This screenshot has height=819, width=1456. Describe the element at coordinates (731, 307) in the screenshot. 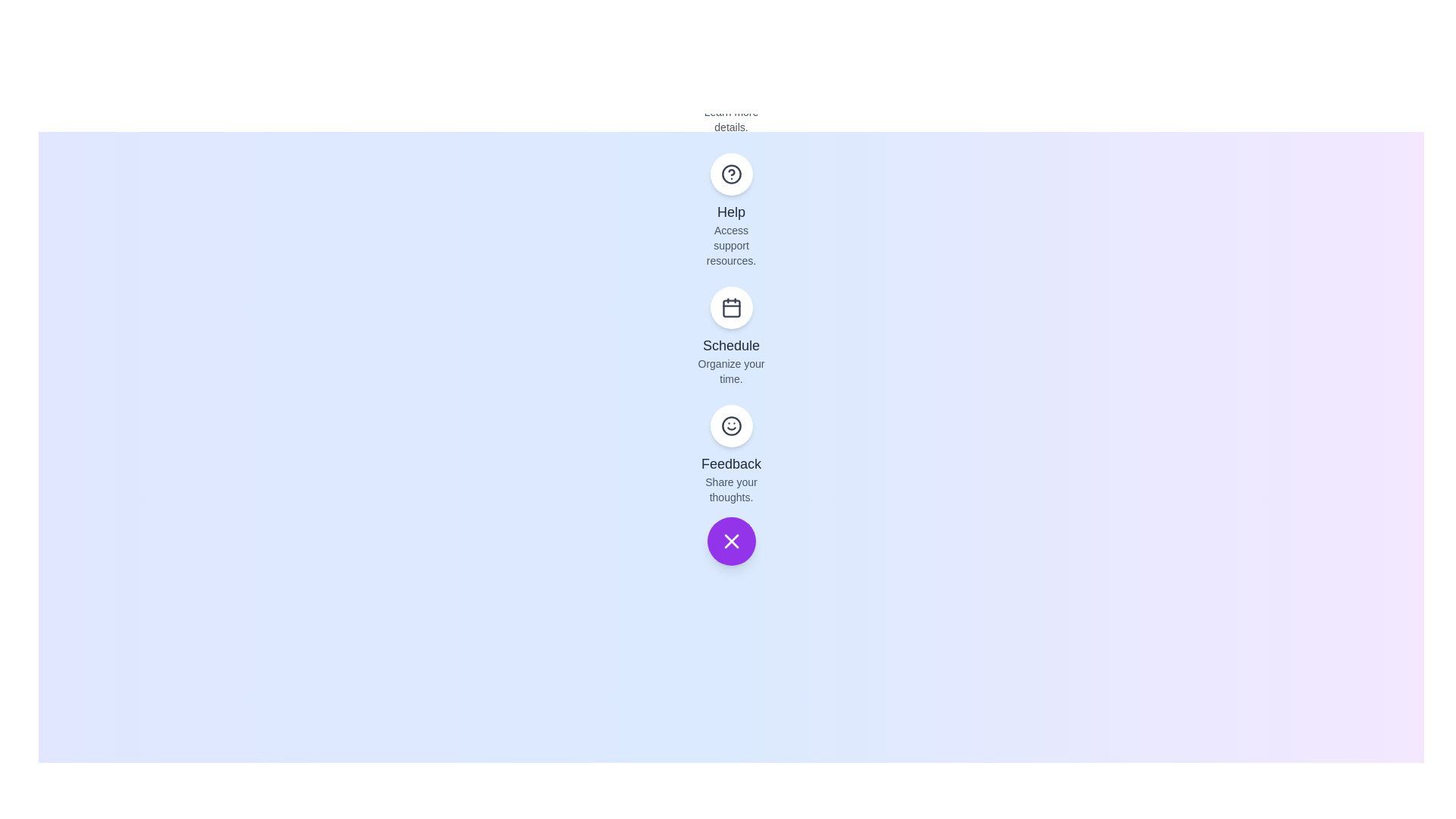

I see `the 'Schedule' button to organize your time` at that location.